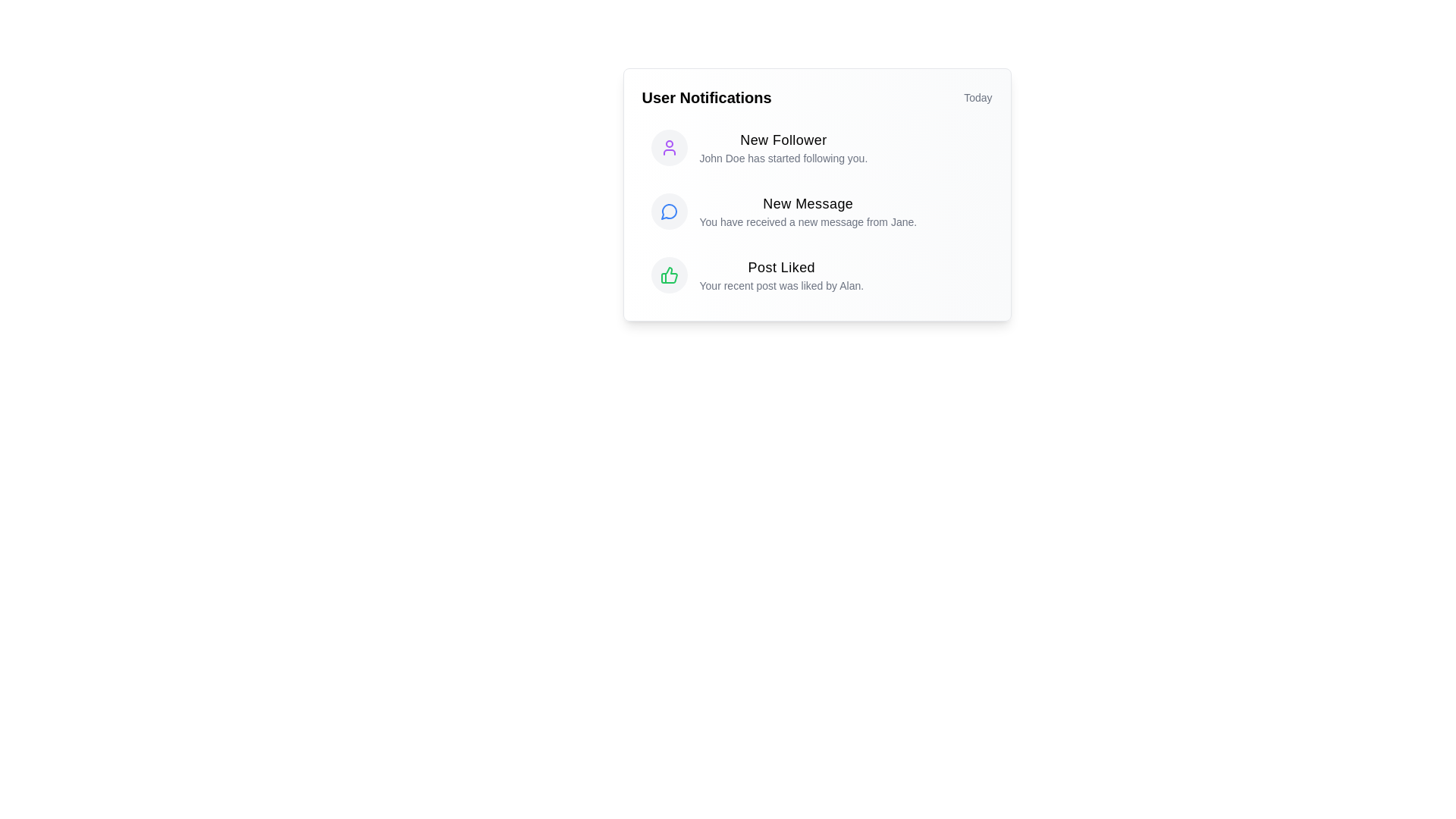 The image size is (1456, 819). What do you see at coordinates (807, 211) in the screenshot?
I see `the notification block titled 'New Message' to read the message details from 'Jane'` at bounding box center [807, 211].